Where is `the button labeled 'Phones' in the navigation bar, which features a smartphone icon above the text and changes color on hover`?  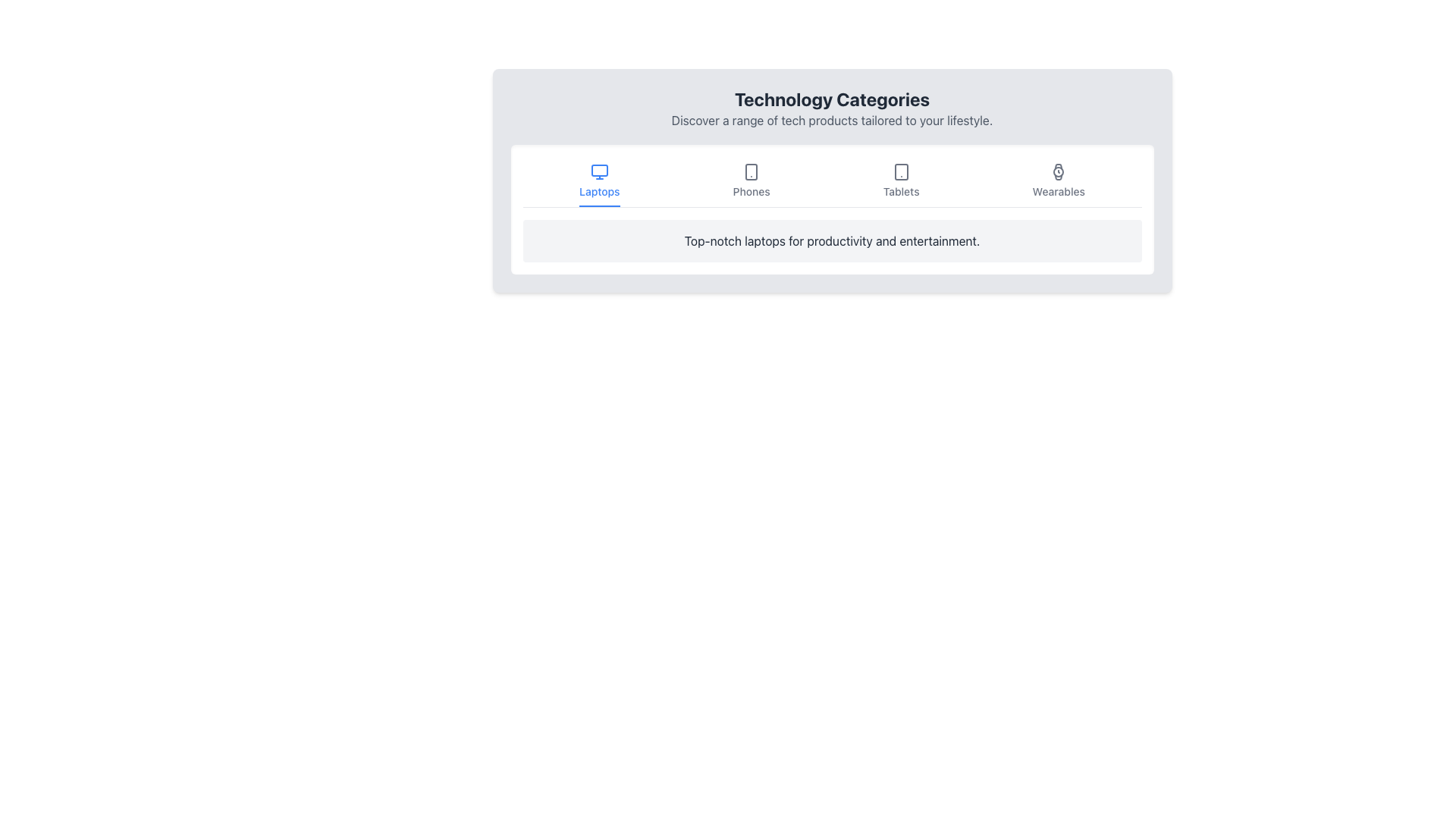
the button labeled 'Phones' in the navigation bar, which features a smartphone icon above the text and changes color on hover is located at coordinates (752, 180).